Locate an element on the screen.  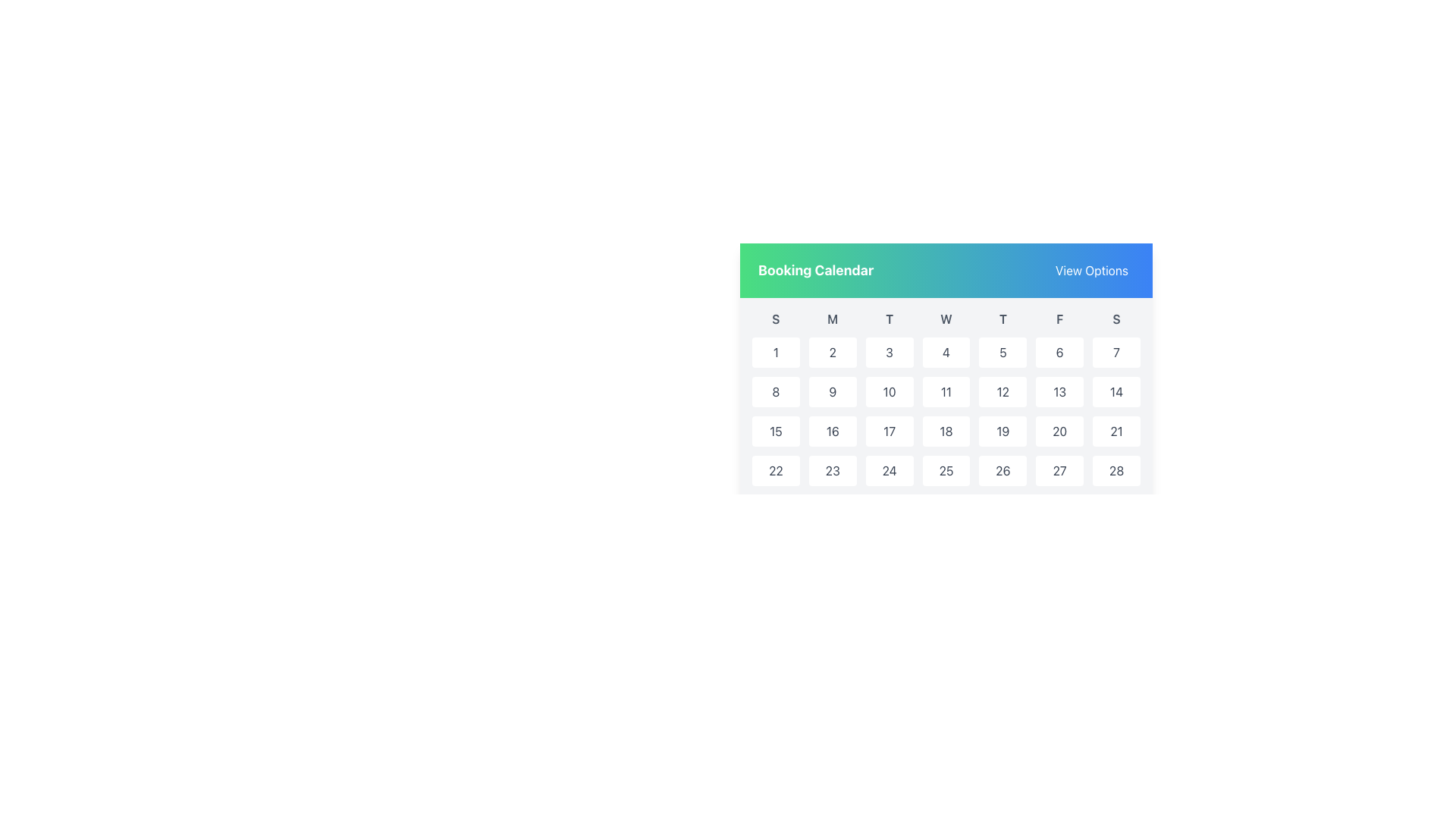
the date cell representing the 26th day of the month in the calendar layout is located at coordinates (1003, 470).